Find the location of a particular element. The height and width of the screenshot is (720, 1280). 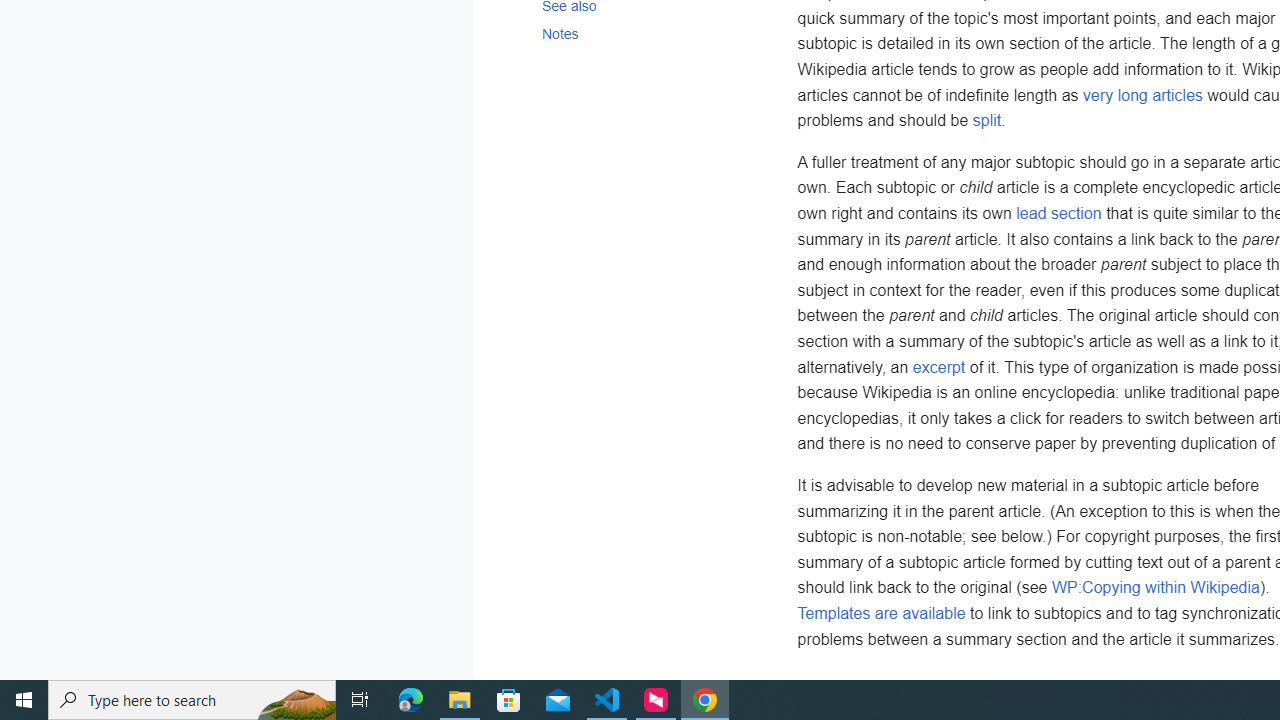

'WP:Copying within Wikipedia' is located at coordinates (1155, 586).